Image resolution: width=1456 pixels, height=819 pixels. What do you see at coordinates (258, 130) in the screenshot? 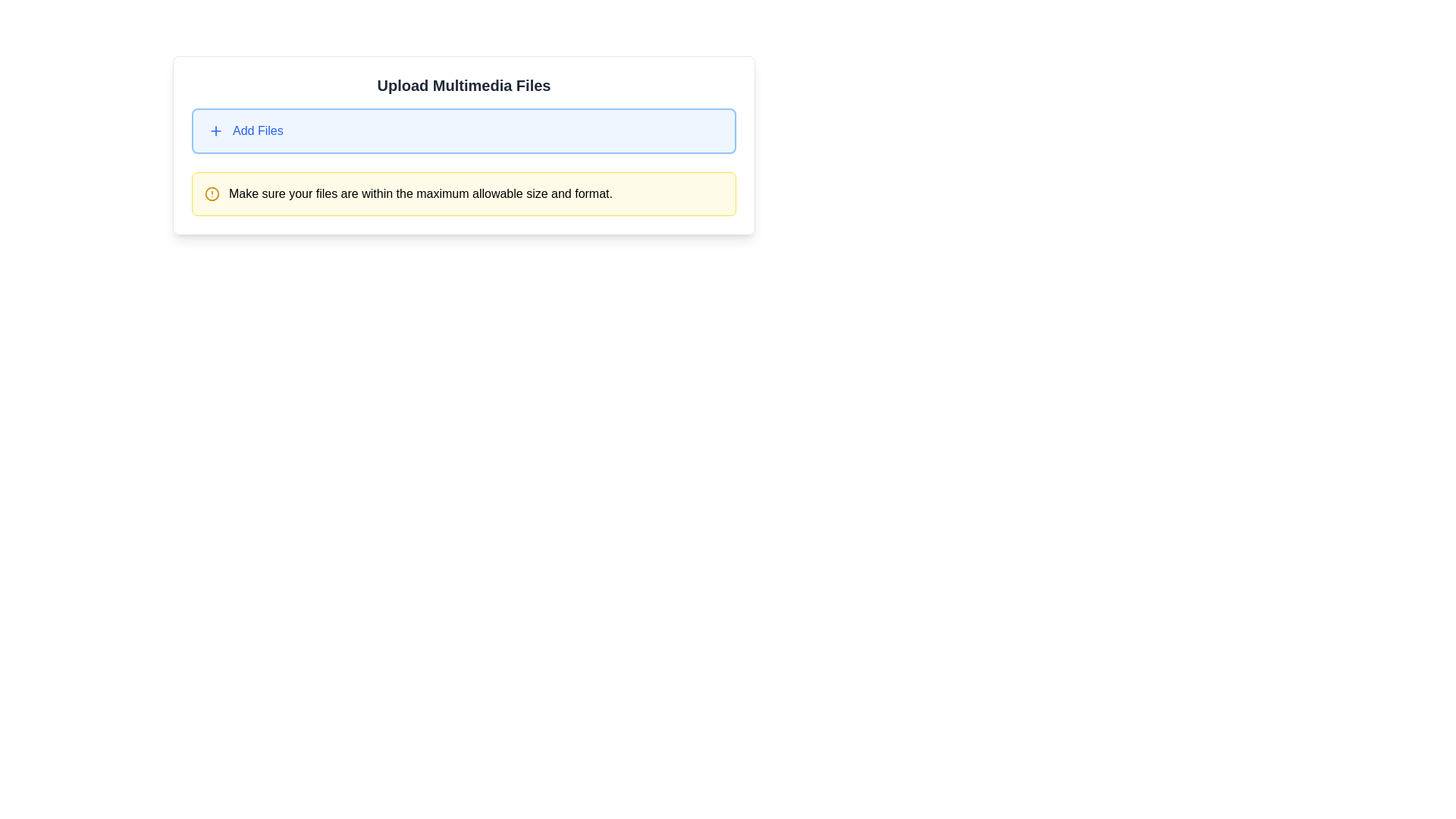
I see `the 'Add Files' text label, which is styled in blue and bold, located next to the '+' icon within the 'Upload Multimedia Files' section` at bounding box center [258, 130].